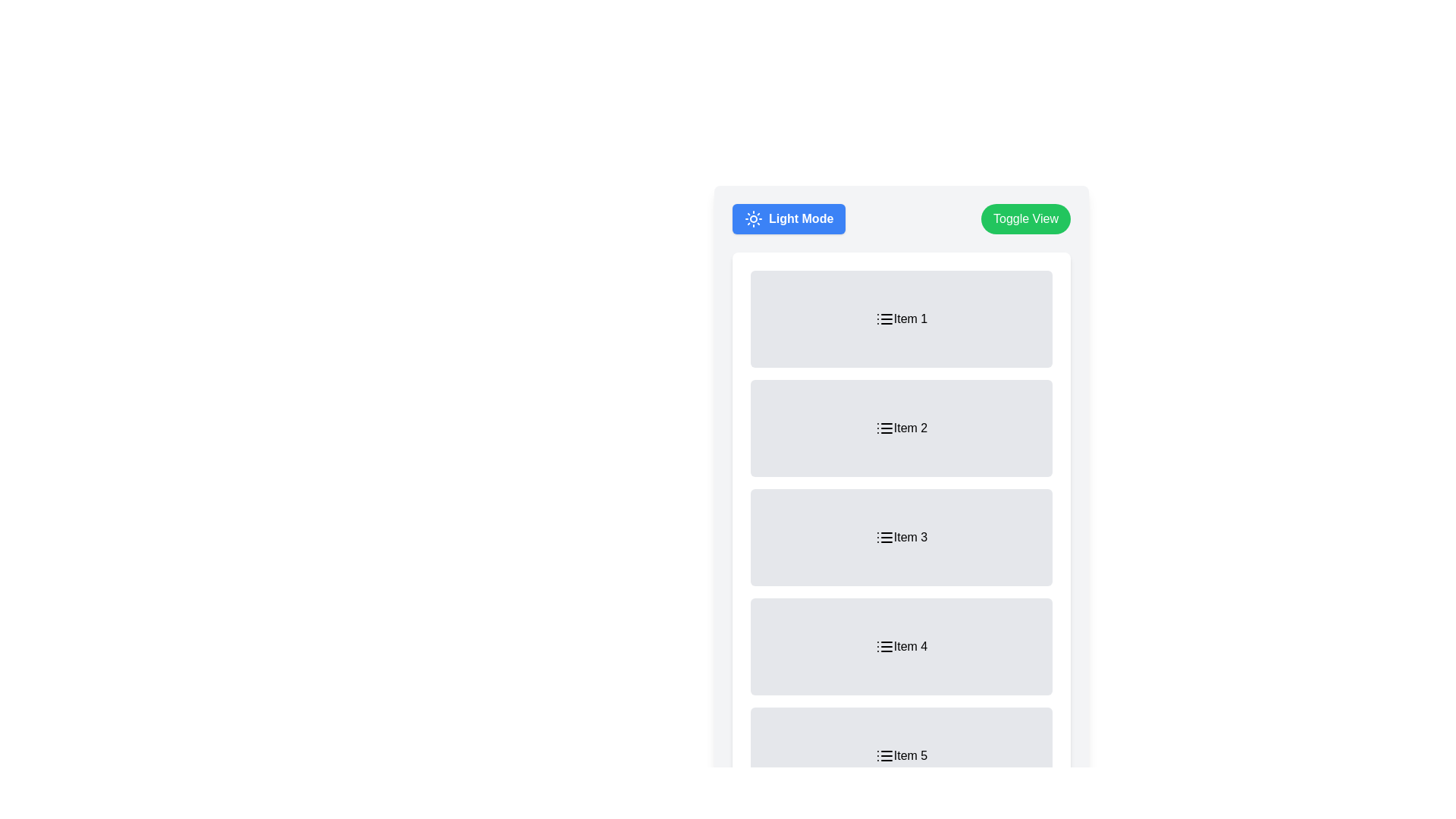  Describe the element at coordinates (902, 755) in the screenshot. I see `the selectable list item labeled 'Item 5'` at that location.